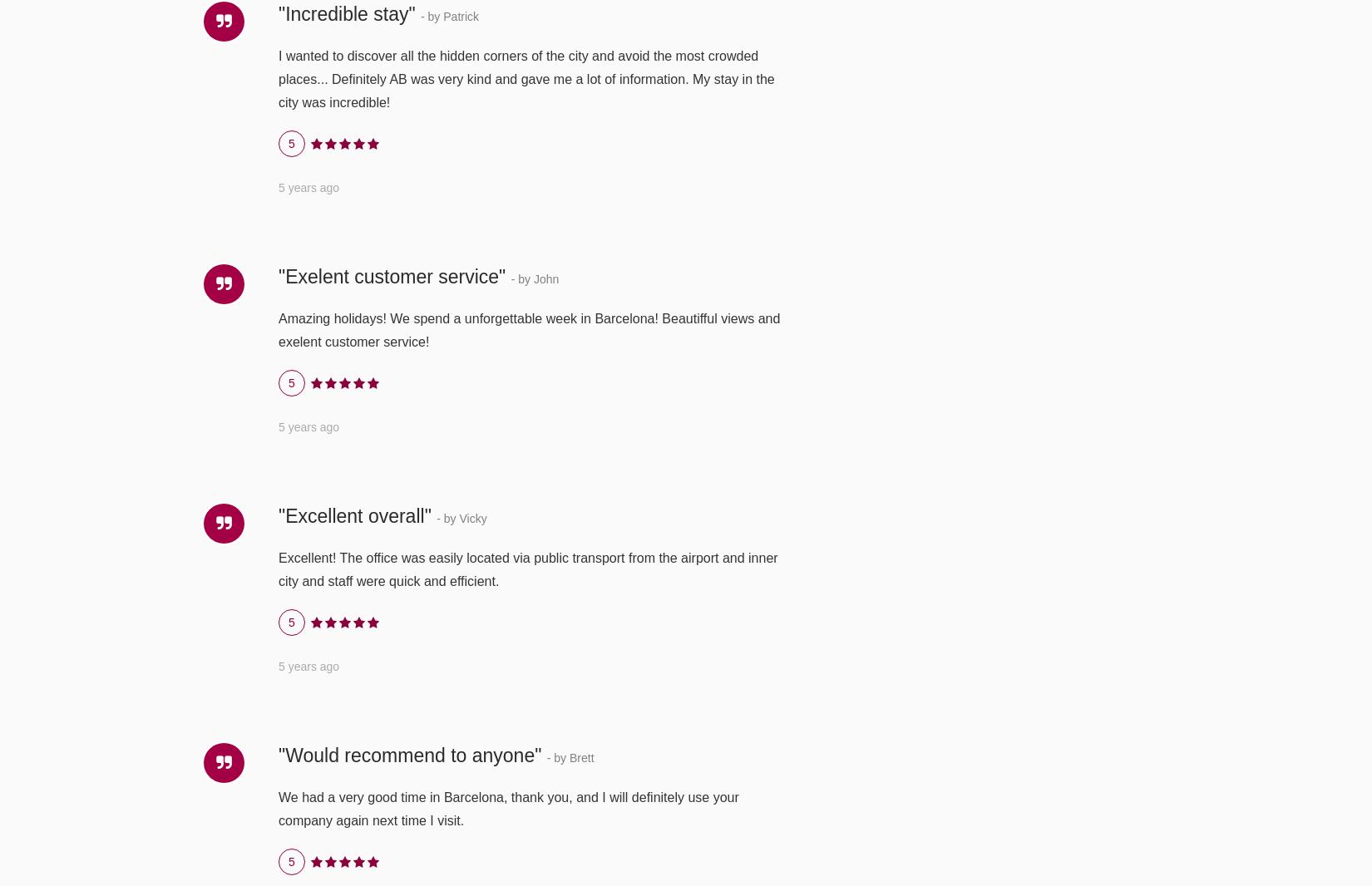  I want to click on 'We had a very good time in Barcelona, thank you, and I will definitely use your company again next time I visit.', so click(507, 808).